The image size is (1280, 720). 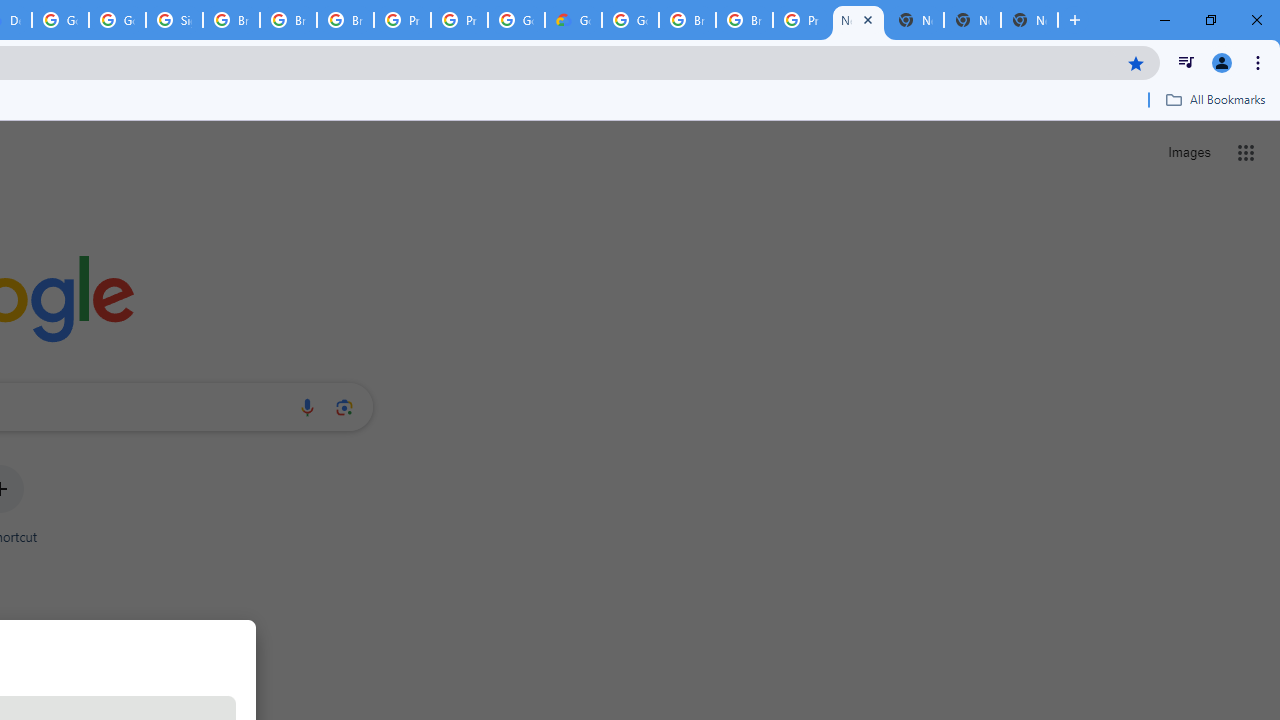 I want to click on 'Sign in - Google Accounts', so click(x=174, y=20).